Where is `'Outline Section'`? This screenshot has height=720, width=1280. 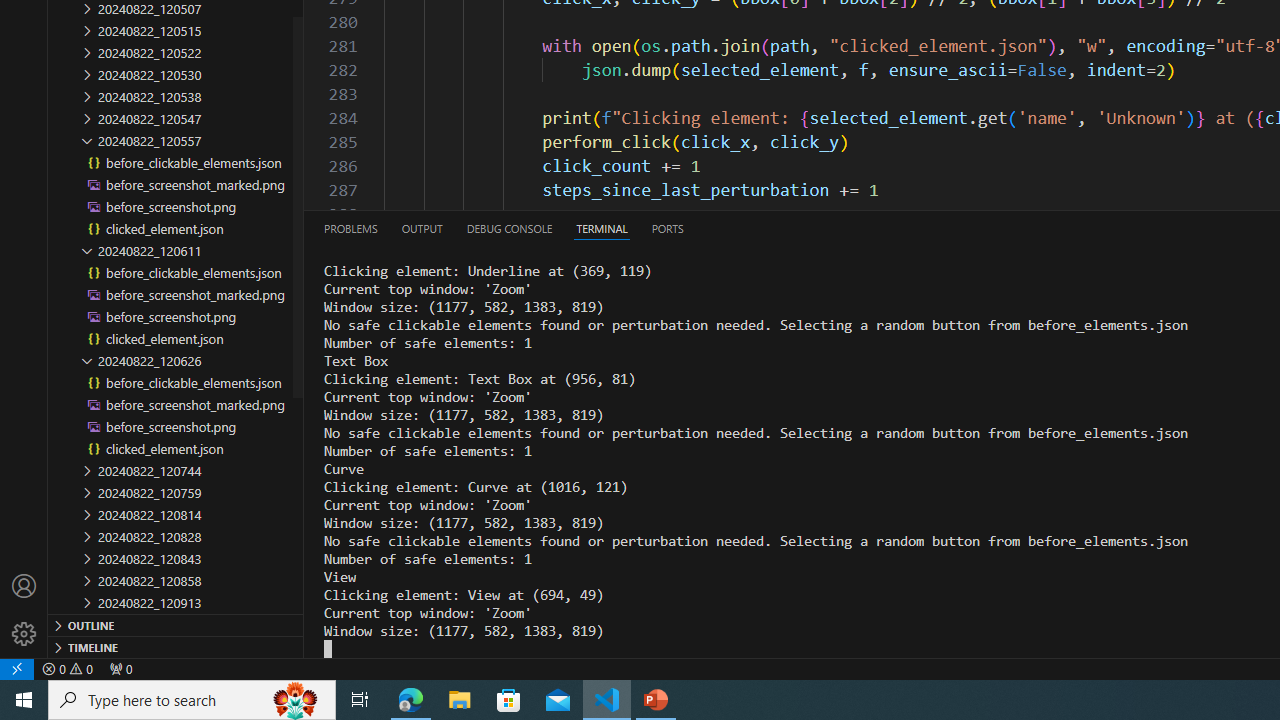
'Outline Section' is located at coordinates (176, 623).